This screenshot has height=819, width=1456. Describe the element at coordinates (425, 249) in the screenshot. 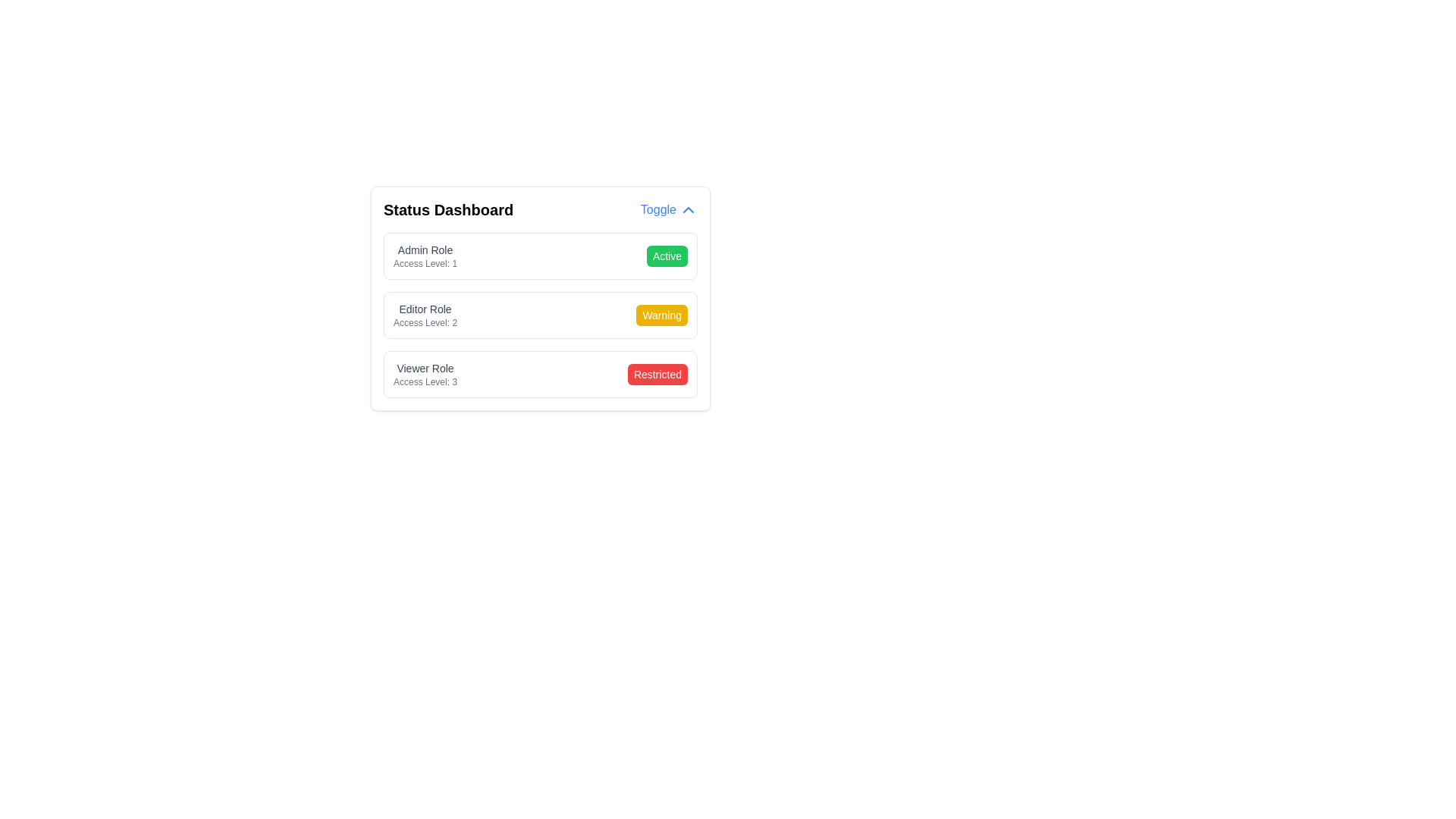

I see `the 'Admin Role' text label located in the first row of the list under the 'Status Dashboard' title` at that location.